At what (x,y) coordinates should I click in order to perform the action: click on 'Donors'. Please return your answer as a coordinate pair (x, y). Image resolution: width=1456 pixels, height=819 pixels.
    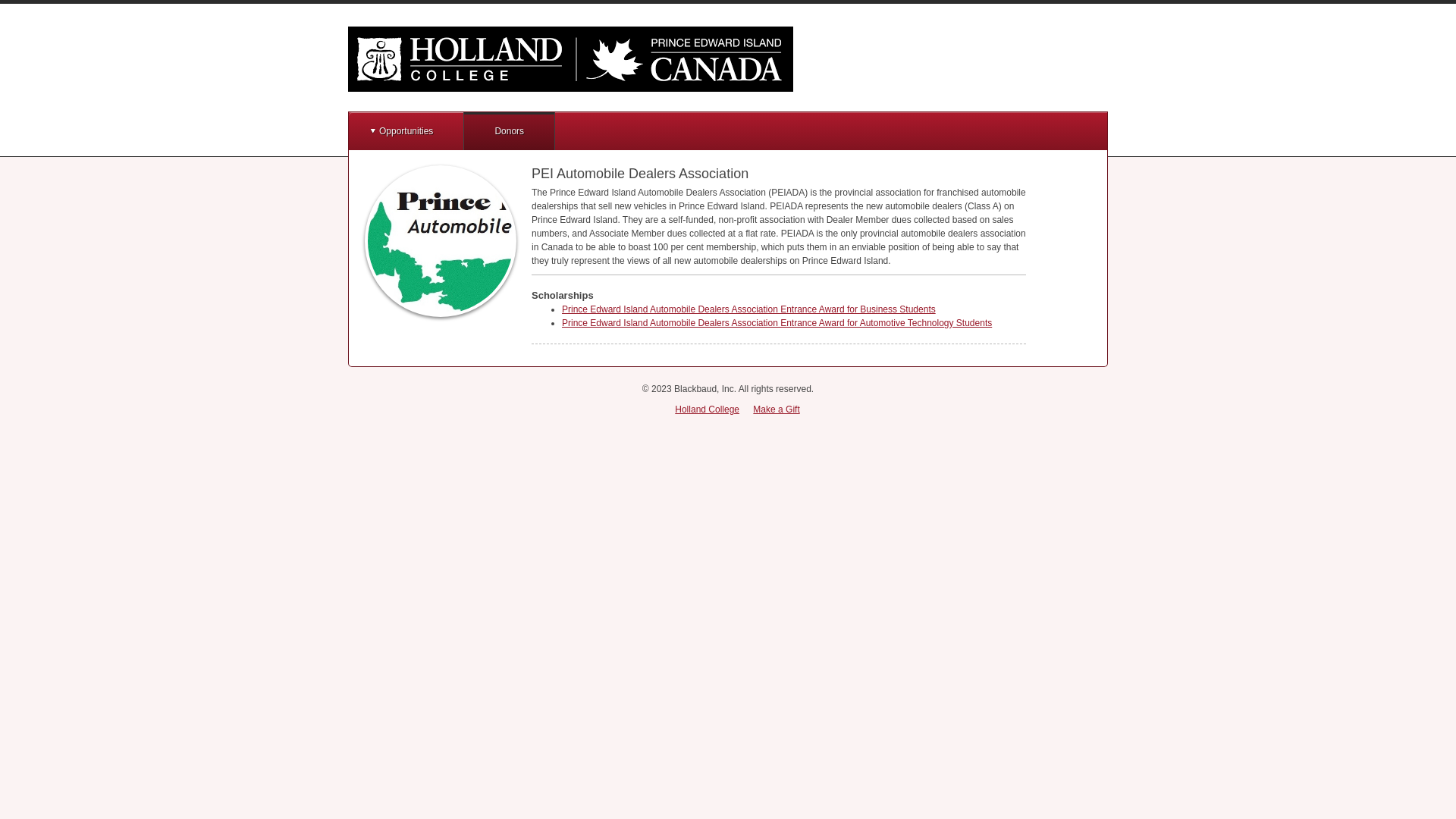
    Looking at the image, I should click on (509, 130).